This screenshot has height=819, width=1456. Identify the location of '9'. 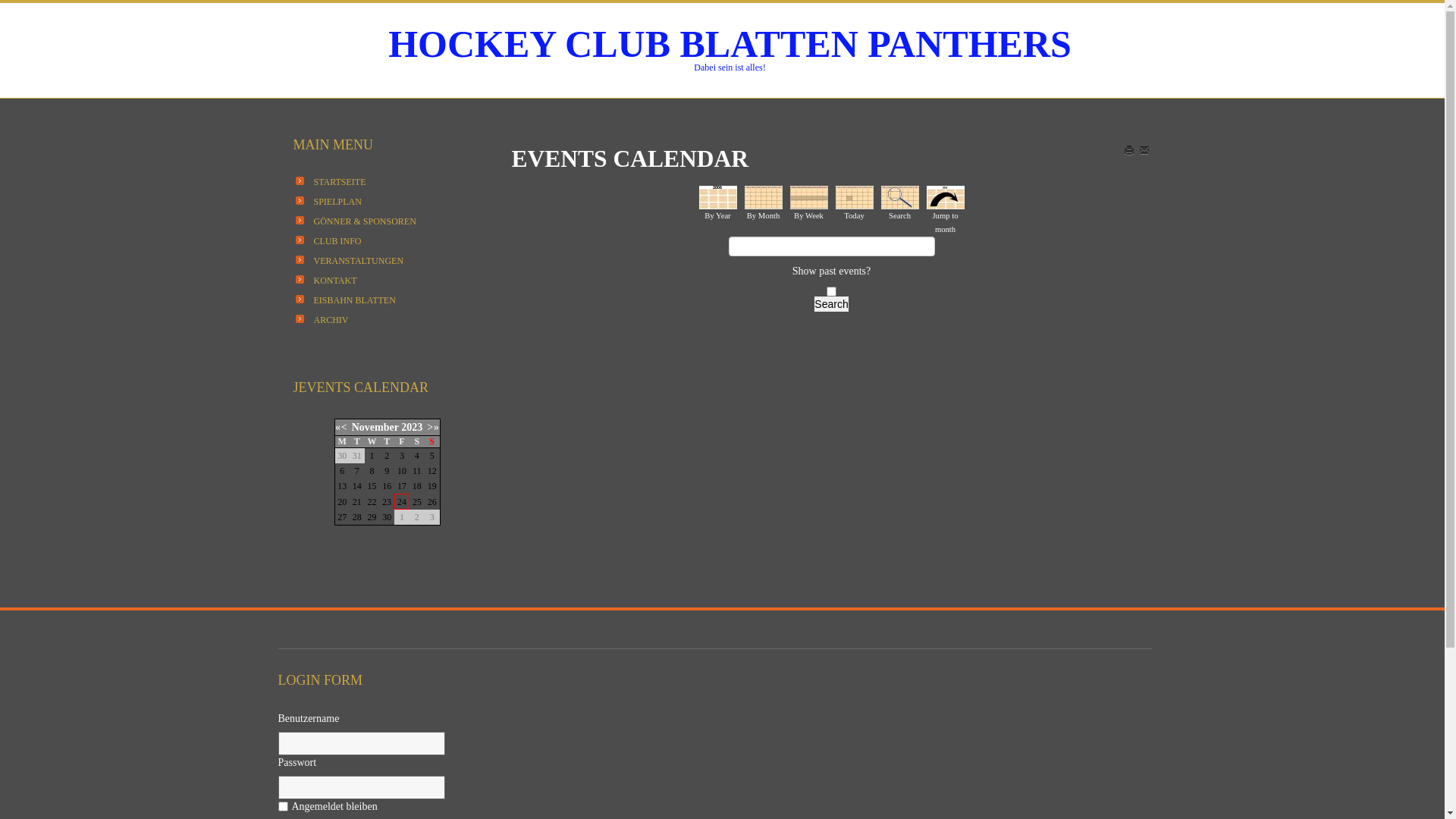
(384, 470).